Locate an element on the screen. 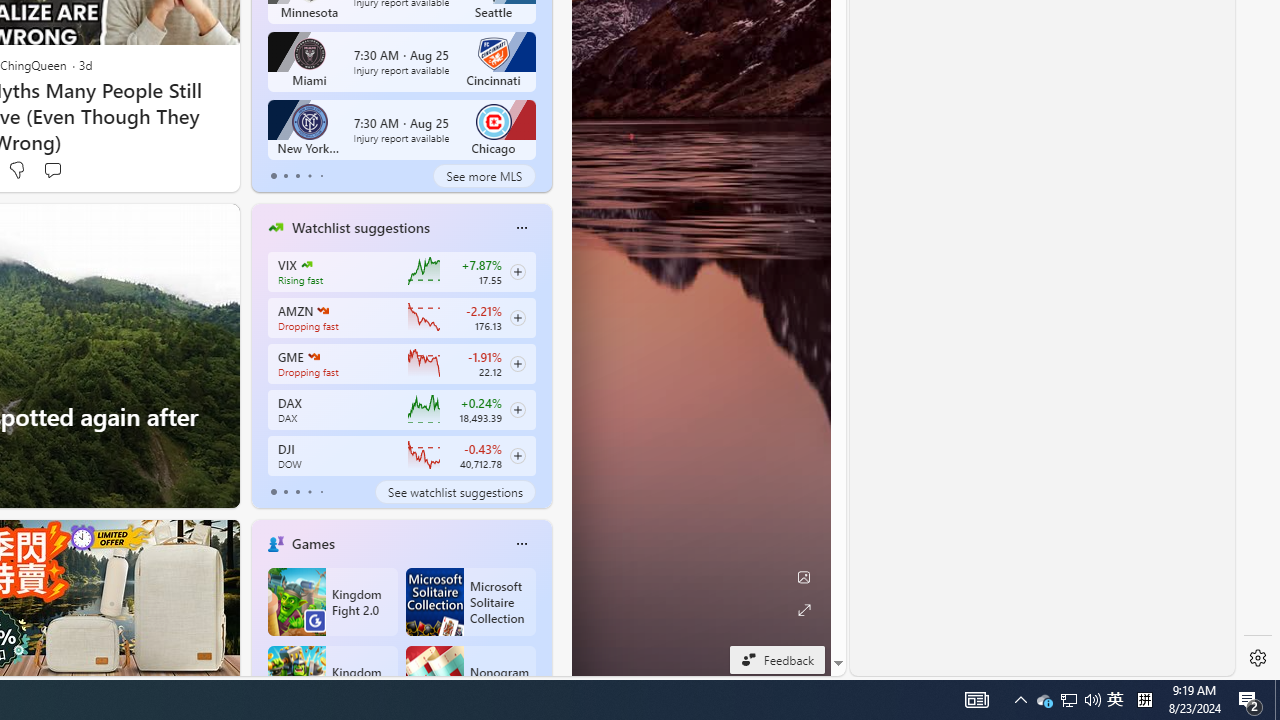 The image size is (1280, 720). 'Nonogram FRVR' is located at coordinates (469, 679).